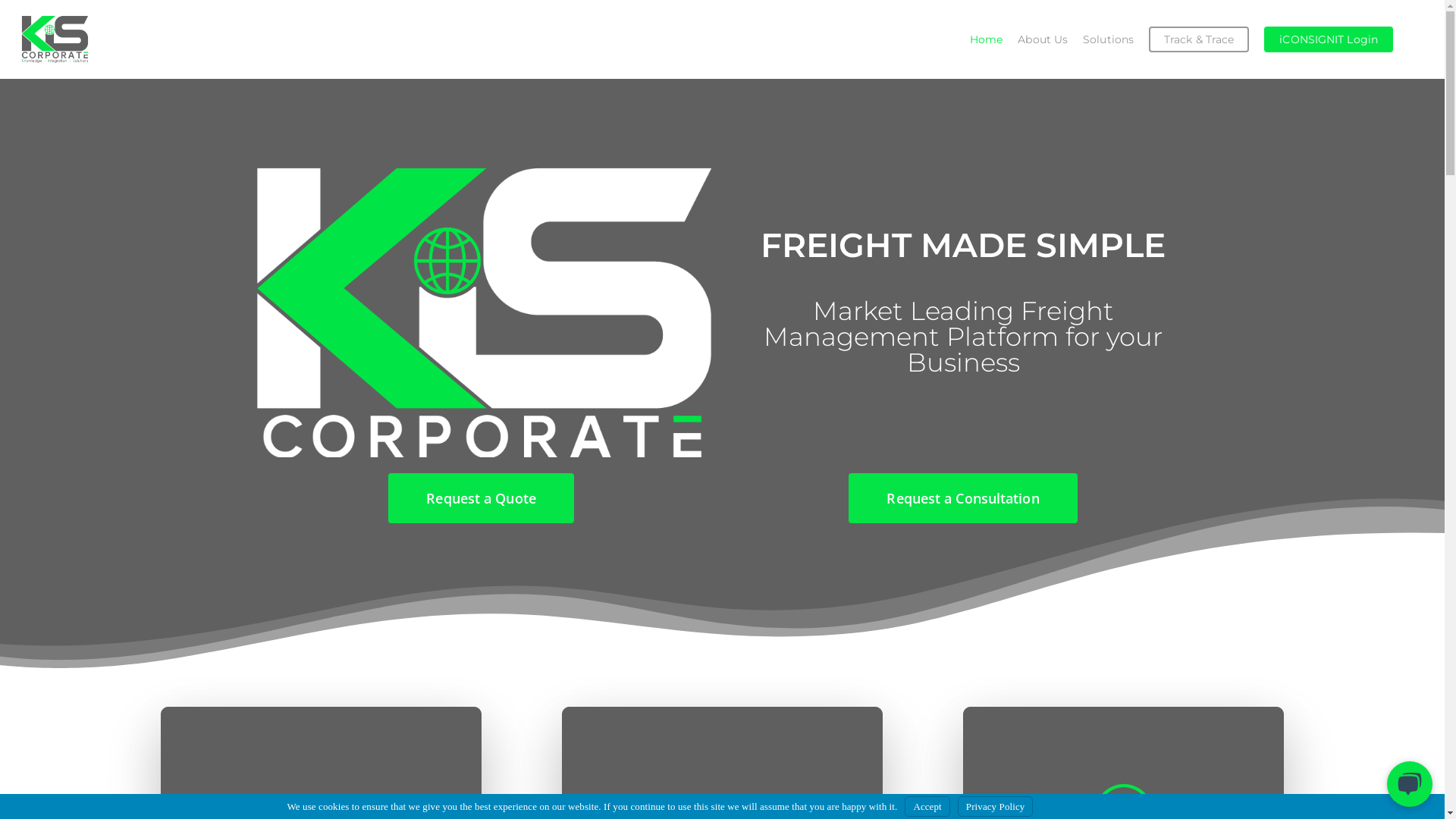  What do you see at coordinates (1108, 38) in the screenshot?
I see `'Solutions'` at bounding box center [1108, 38].